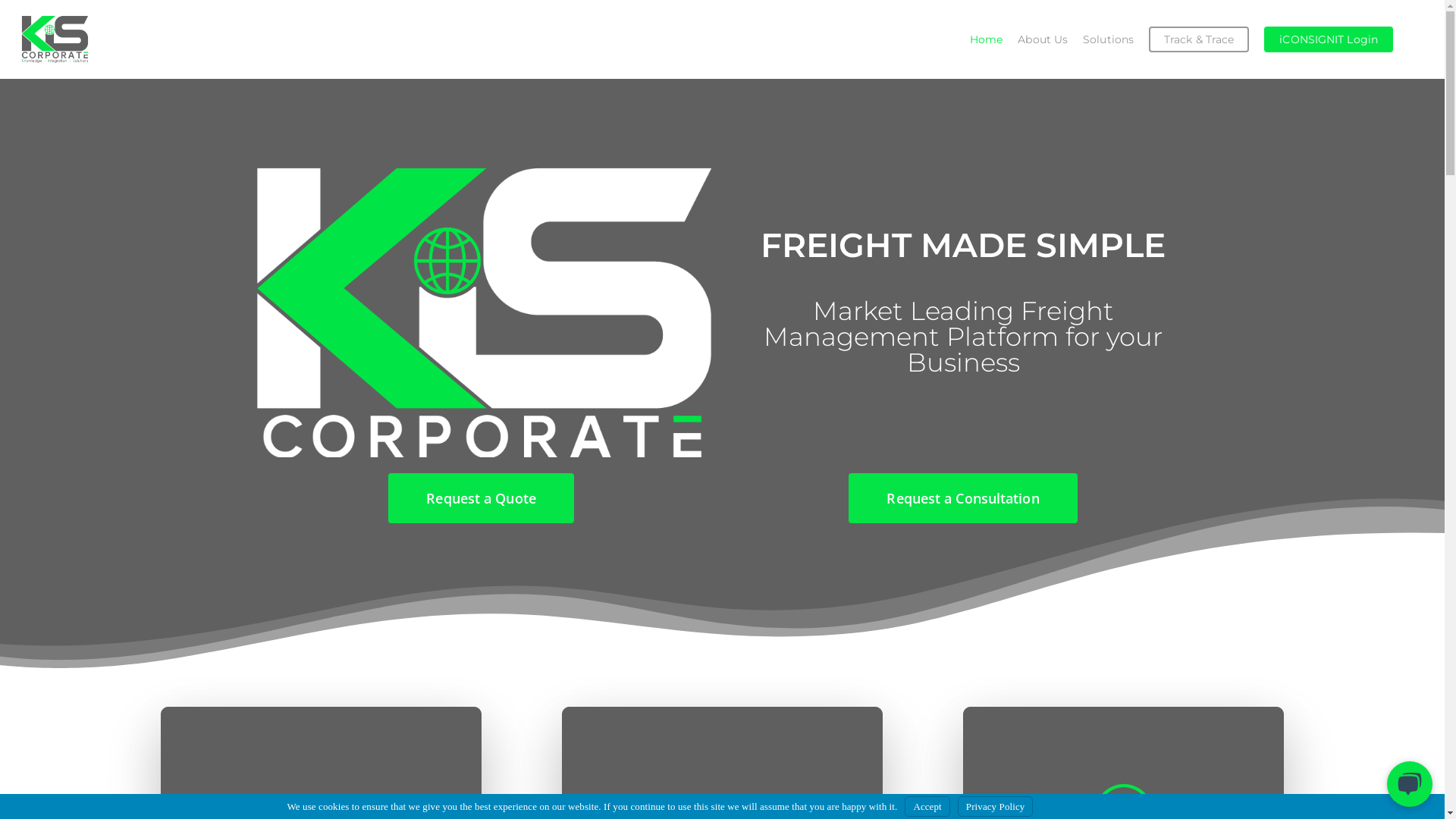  What do you see at coordinates (1108, 38) in the screenshot?
I see `'Solutions'` at bounding box center [1108, 38].